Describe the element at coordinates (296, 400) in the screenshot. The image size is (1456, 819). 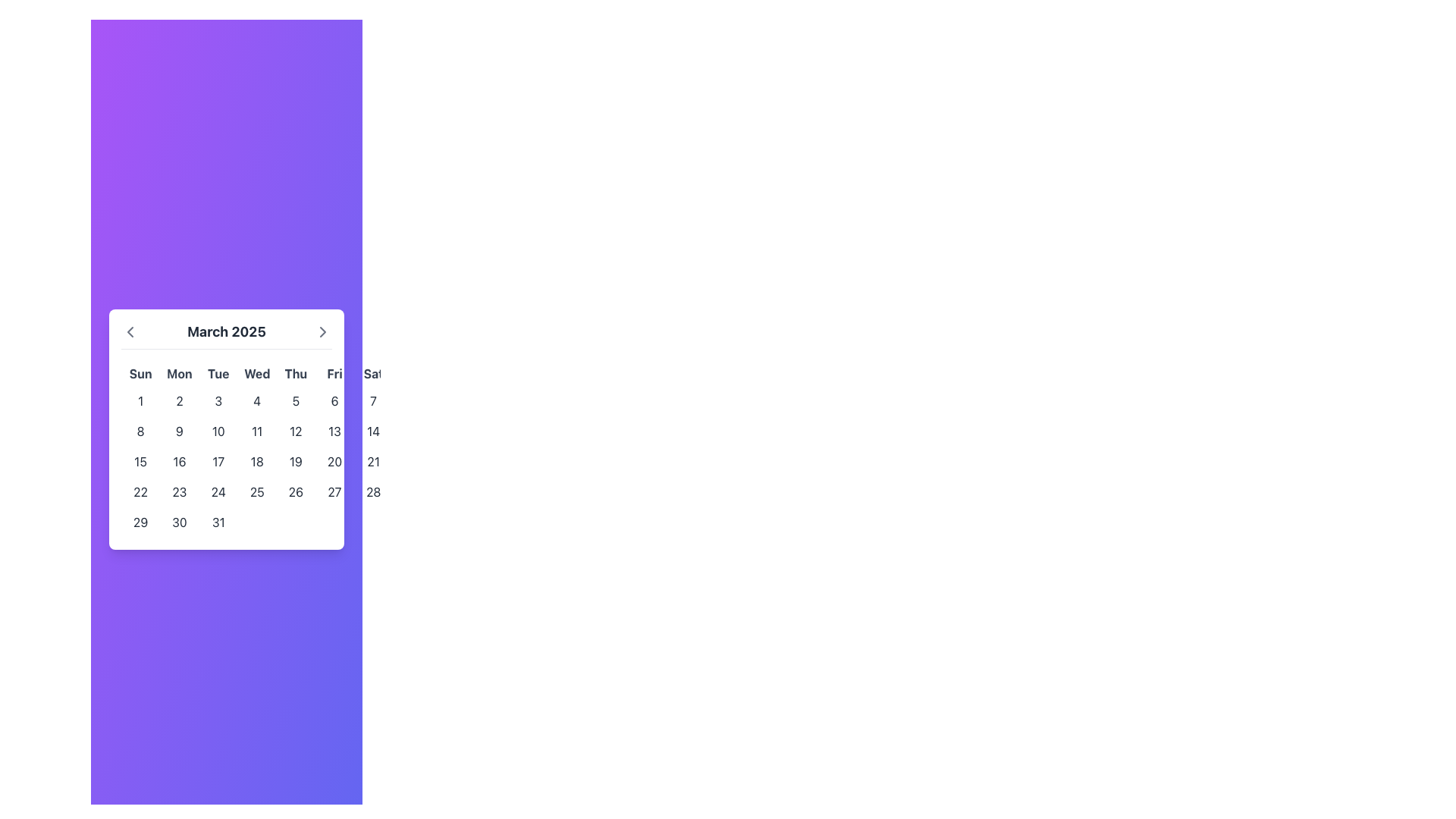
I see `the text label displaying the number '5'` at that location.